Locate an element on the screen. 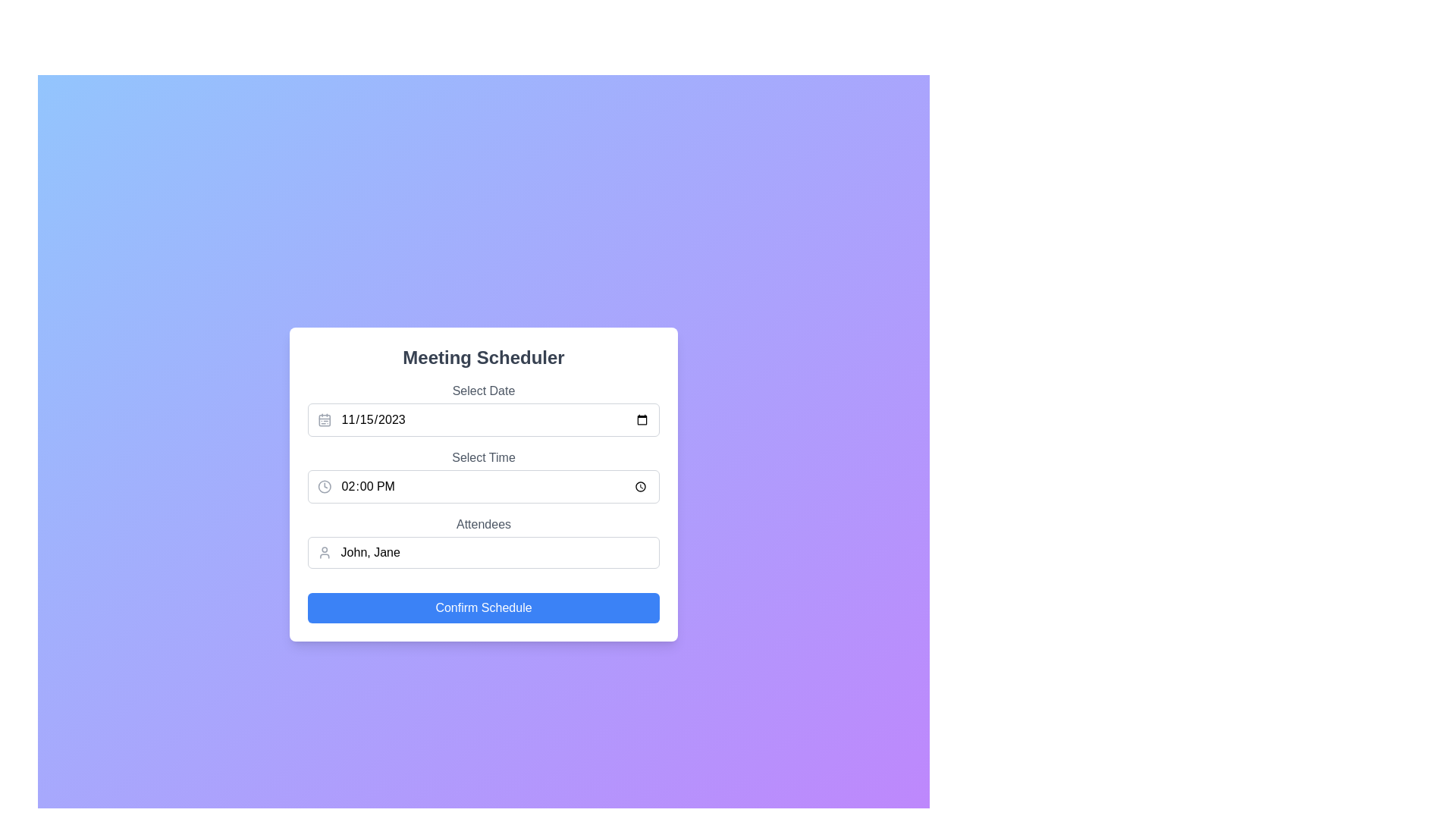 The height and width of the screenshot is (819, 1456). the icon that visually indicates the attendees field, which is located at the beginning of the attendee input field adjacent to the names 'John, Jane' is located at coordinates (324, 553).